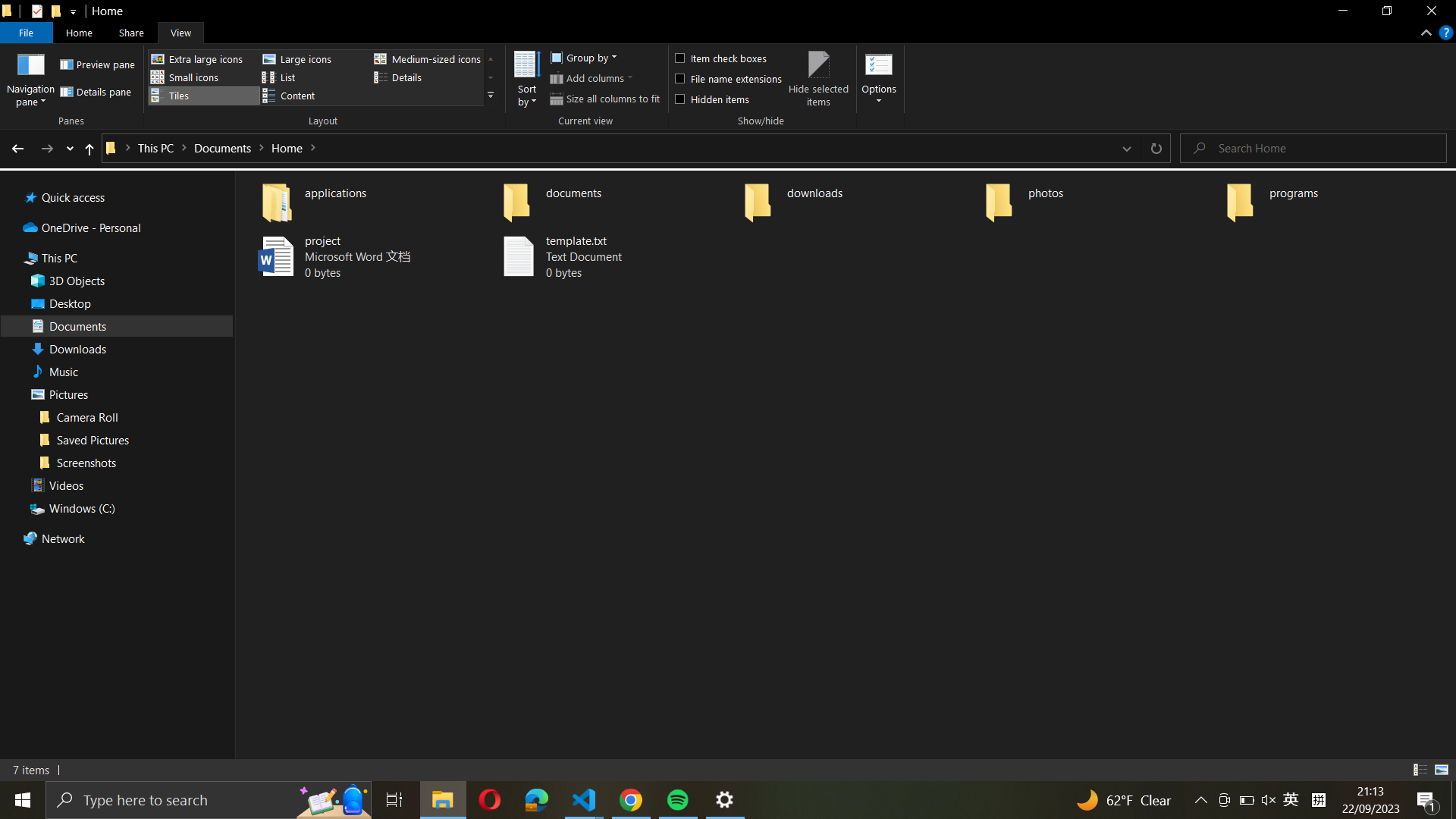 This screenshot has width=1456, height=819. I want to click on Show all the updates from the notification center, so click(1427, 799).